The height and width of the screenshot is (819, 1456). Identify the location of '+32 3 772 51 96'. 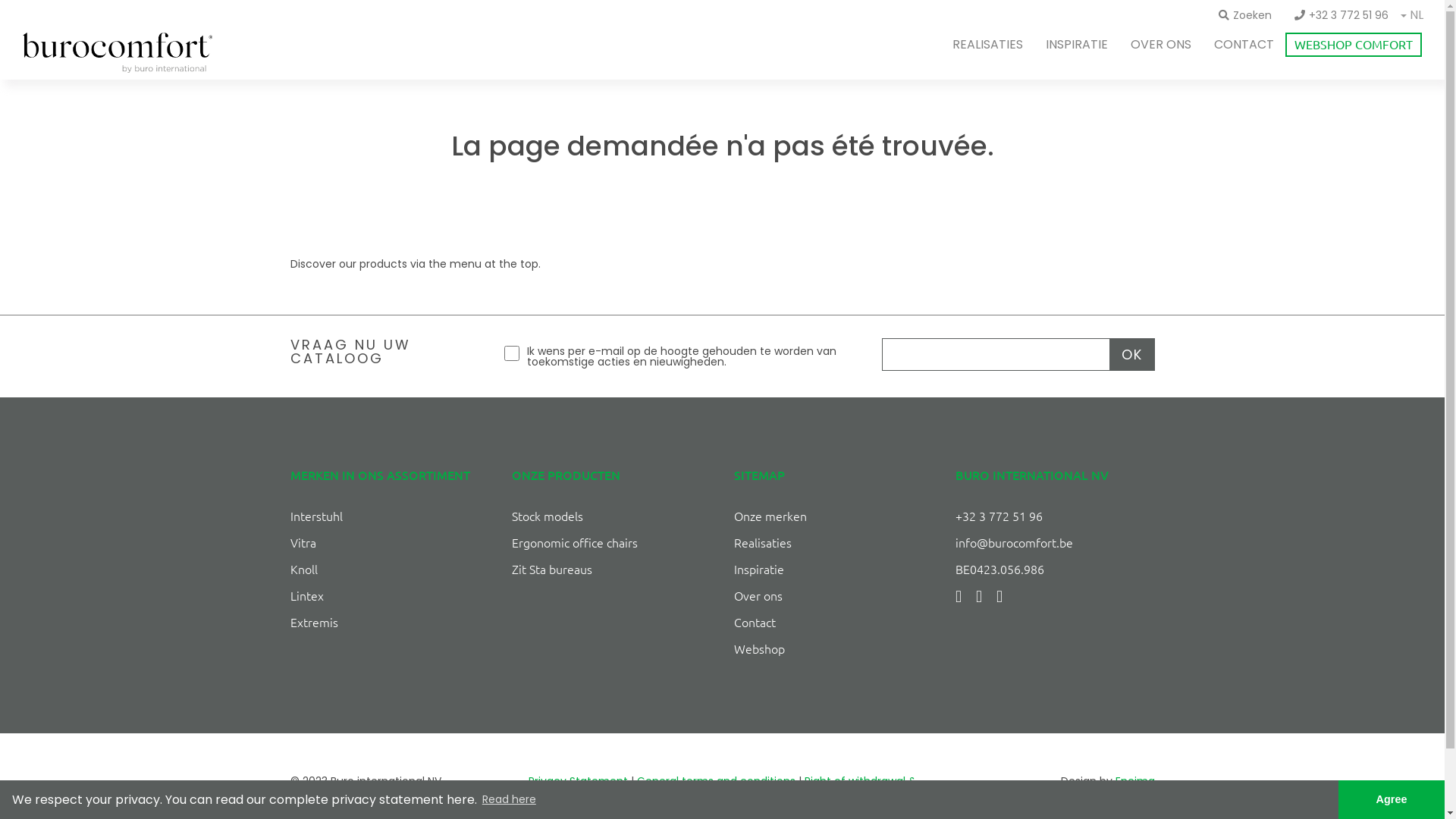
(999, 514).